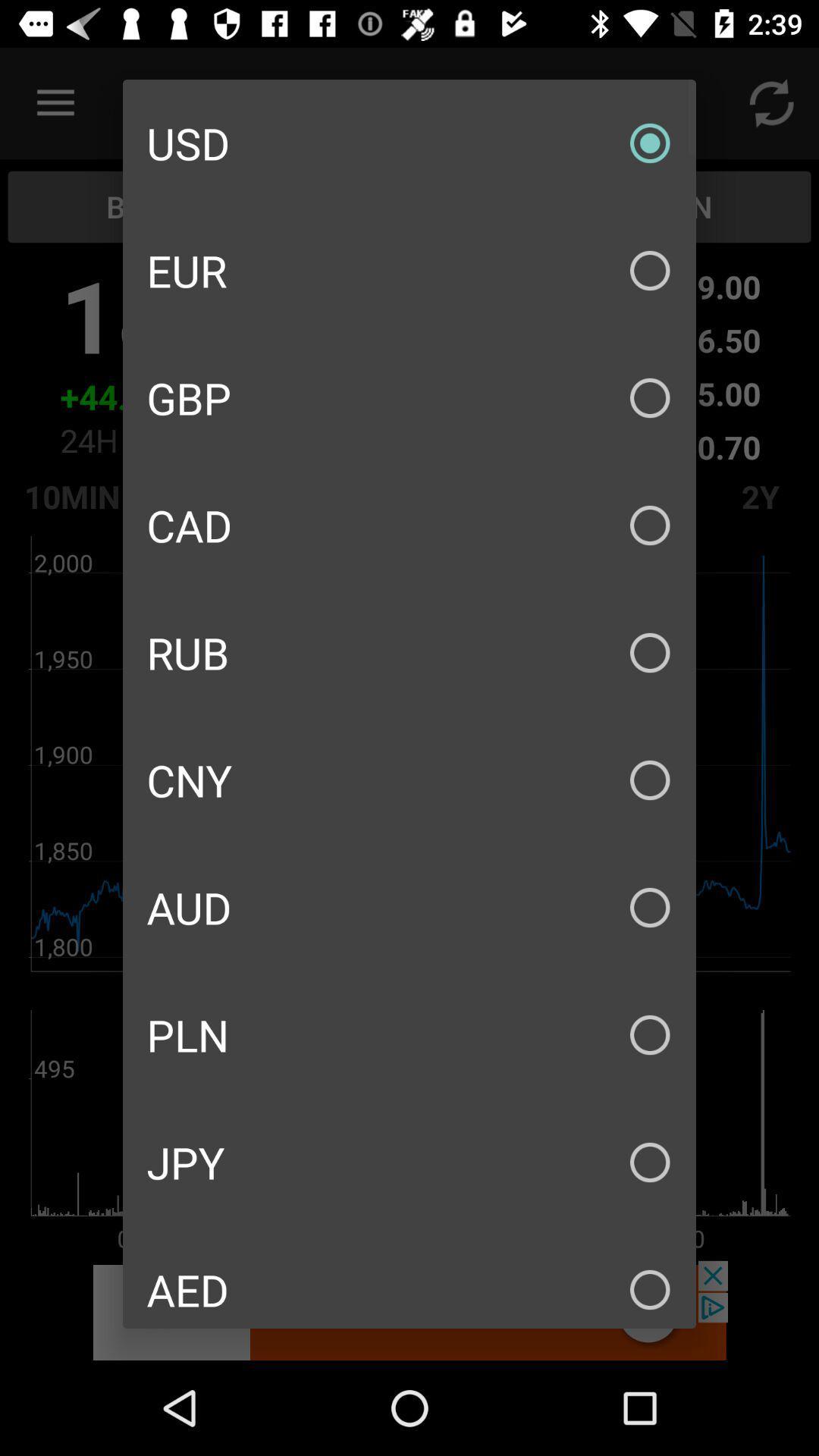  What do you see at coordinates (409, 780) in the screenshot?
I see `item above aud` at bounding box center [409, 780].